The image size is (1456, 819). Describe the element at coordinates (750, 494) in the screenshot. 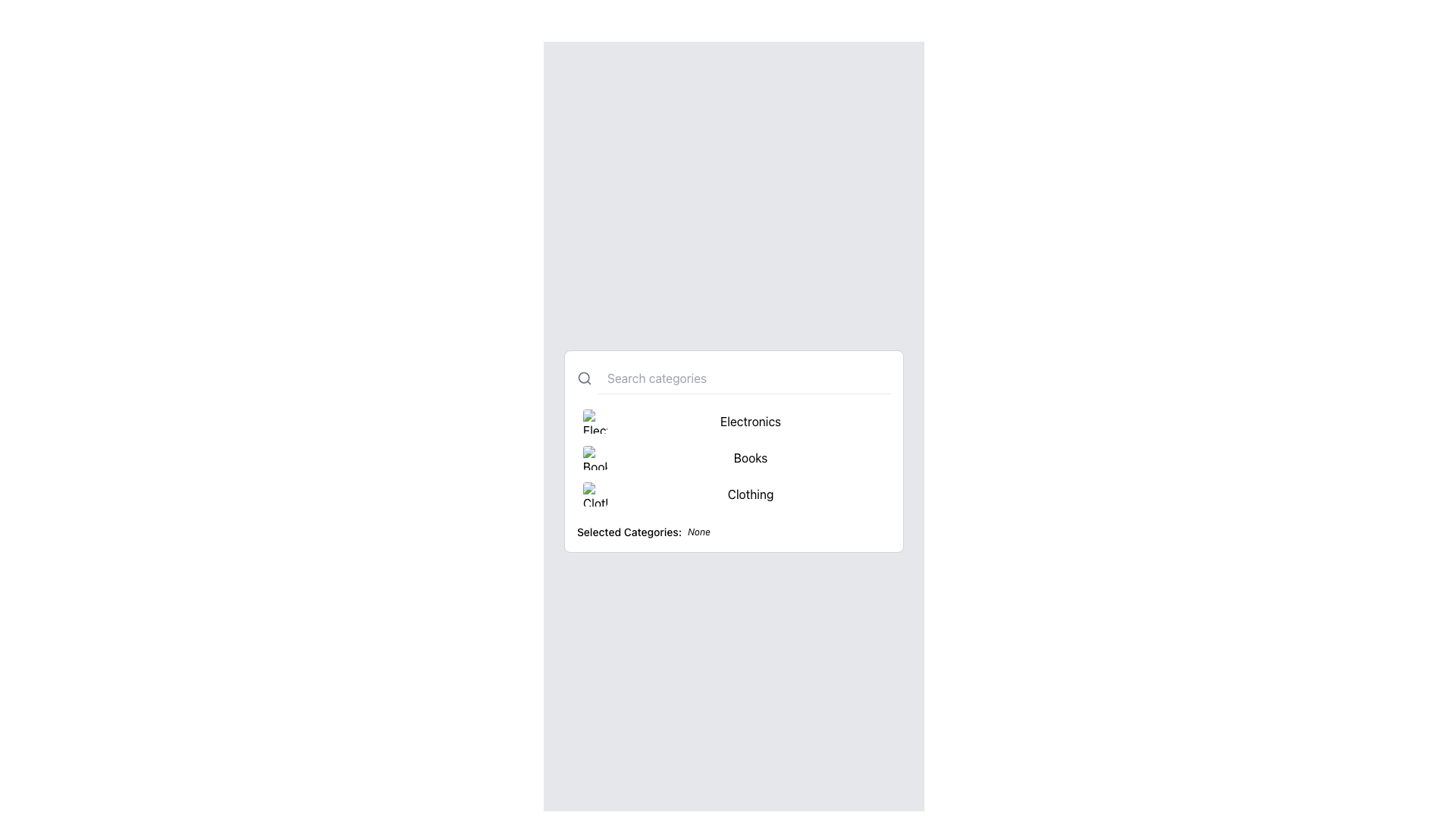

I see `the selectable category label for 'Clothing', which is the third option in the category list positioned beside an image` at that location.